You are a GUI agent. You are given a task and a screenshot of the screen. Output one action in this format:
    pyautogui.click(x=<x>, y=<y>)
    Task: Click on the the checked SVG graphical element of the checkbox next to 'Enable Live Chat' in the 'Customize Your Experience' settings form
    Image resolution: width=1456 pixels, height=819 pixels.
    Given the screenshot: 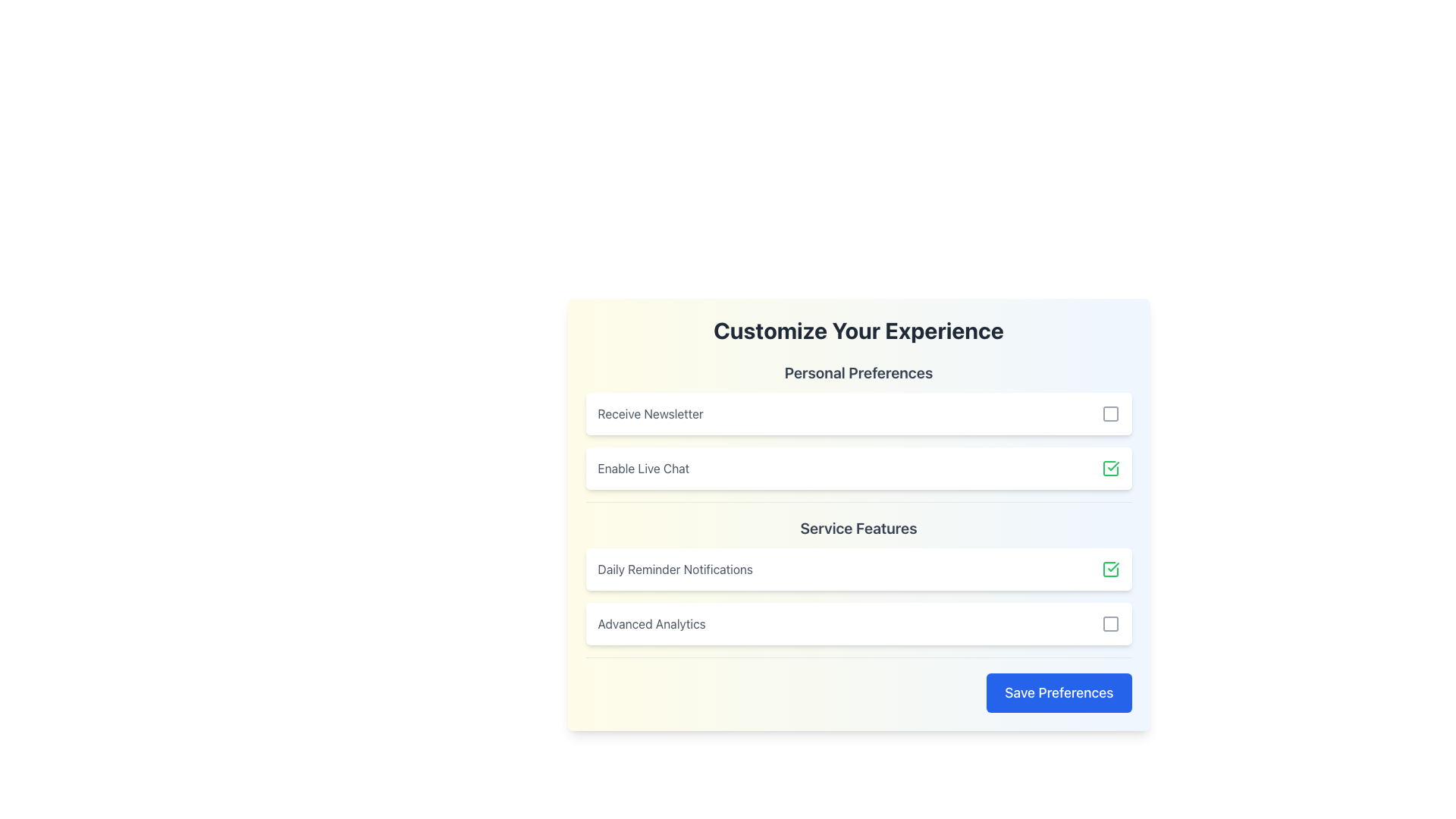 What is the action you would take?
    pyautogui.click(x=1110, y=467)
    